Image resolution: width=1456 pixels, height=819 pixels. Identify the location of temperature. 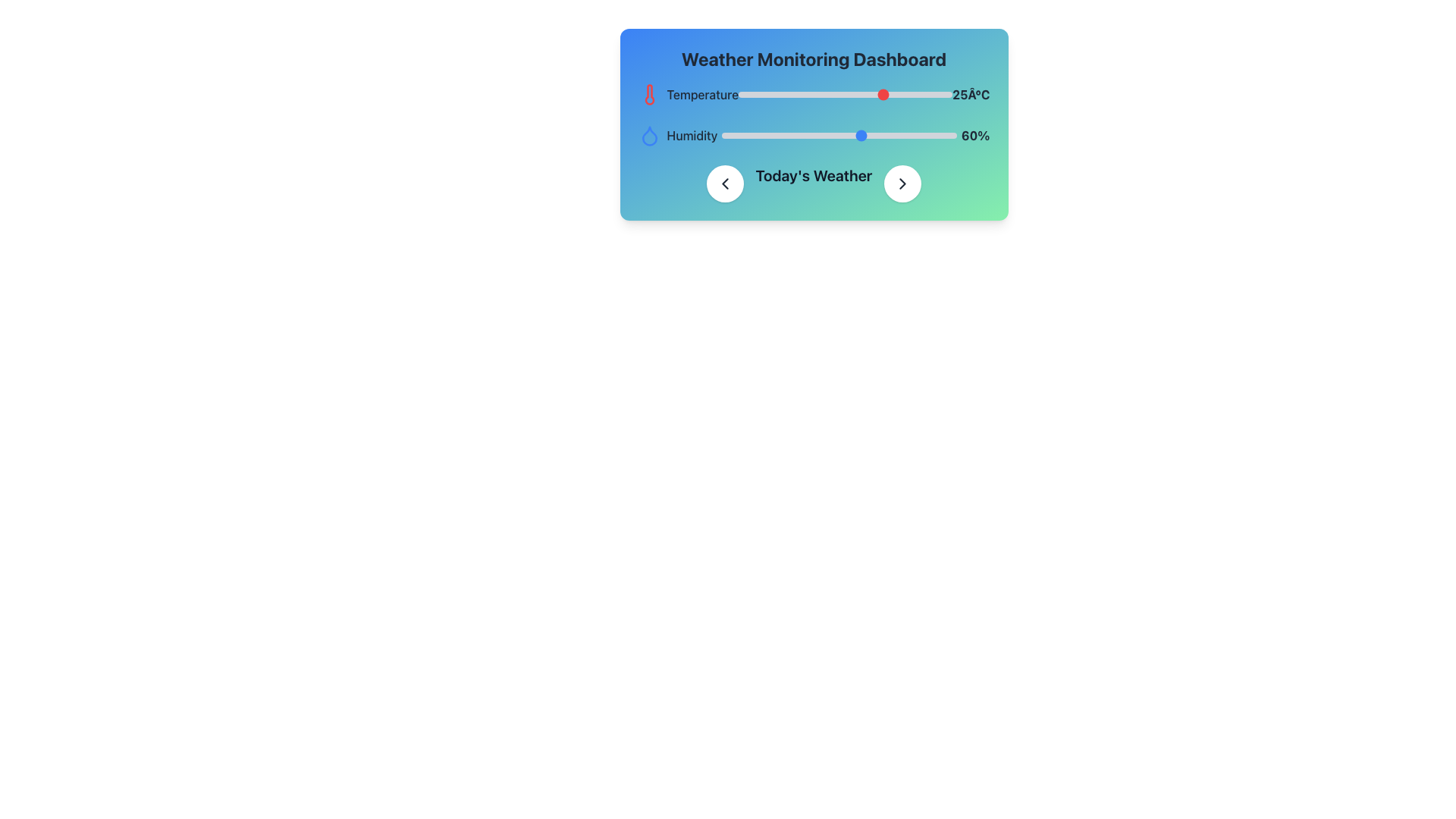
(858, 94).